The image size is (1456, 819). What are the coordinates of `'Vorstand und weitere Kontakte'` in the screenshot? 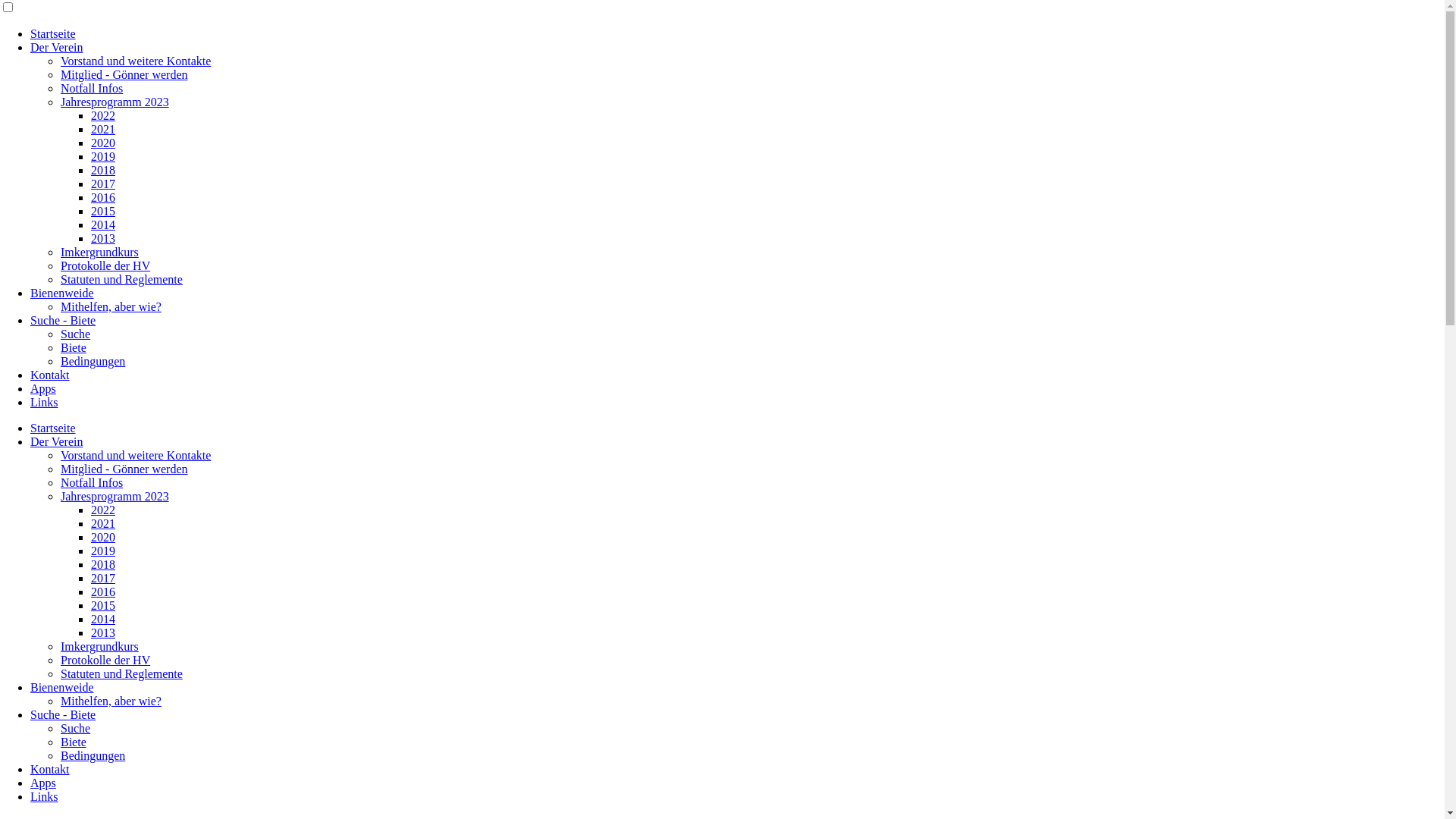 It's located at (135, 454).